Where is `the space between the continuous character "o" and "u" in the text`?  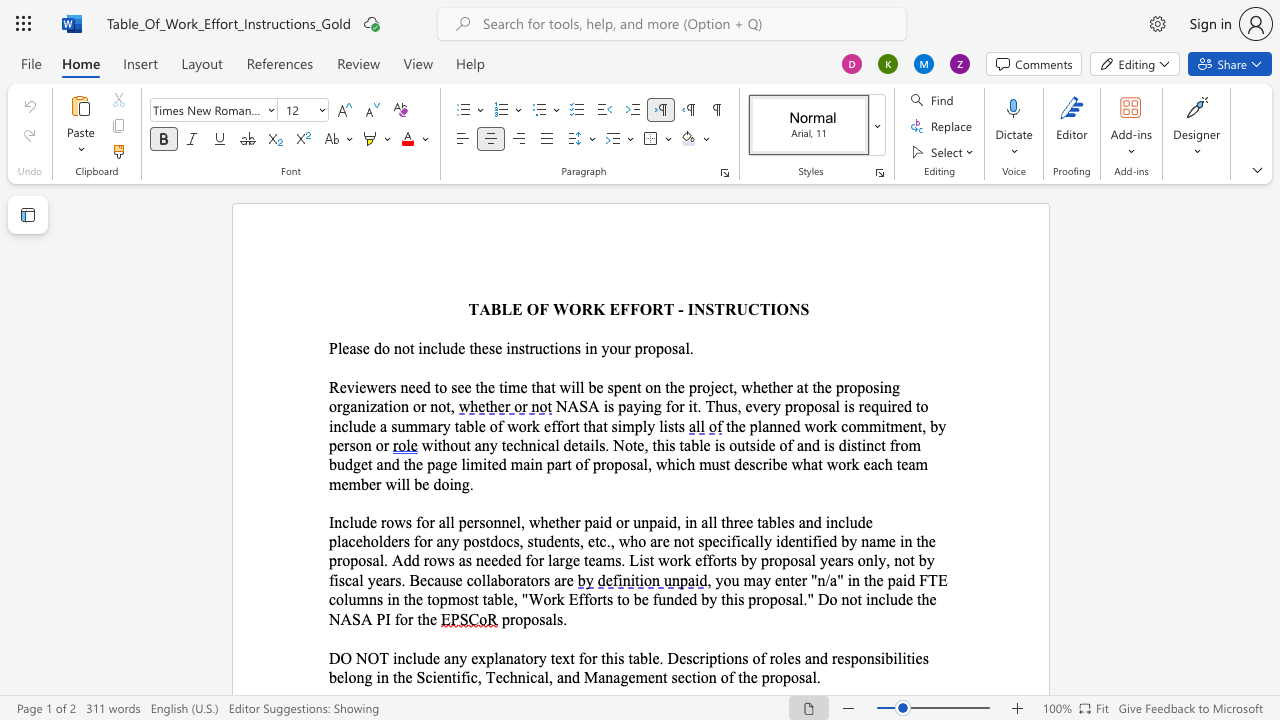
the space between the continuous character "o" and "u" in the text is located at coordinates (616, 347).